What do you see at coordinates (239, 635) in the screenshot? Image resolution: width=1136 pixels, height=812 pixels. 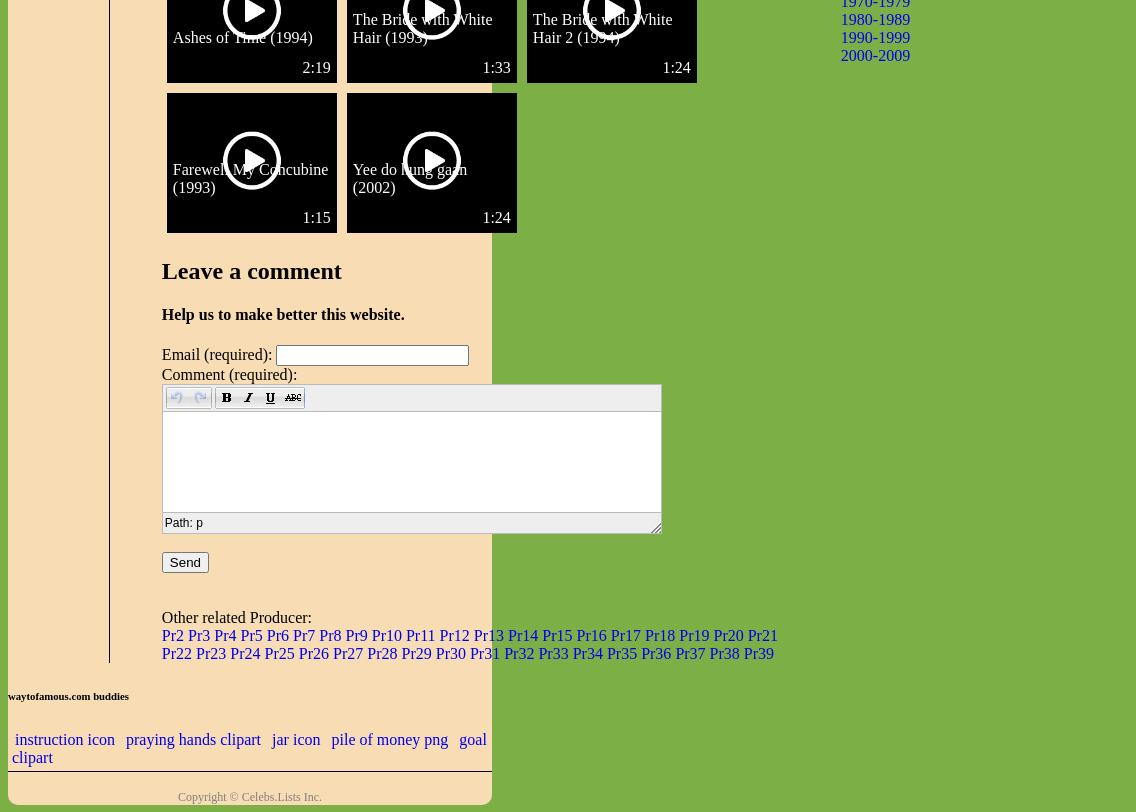 I see `'Pr5'` at bounding box center [239, 635].